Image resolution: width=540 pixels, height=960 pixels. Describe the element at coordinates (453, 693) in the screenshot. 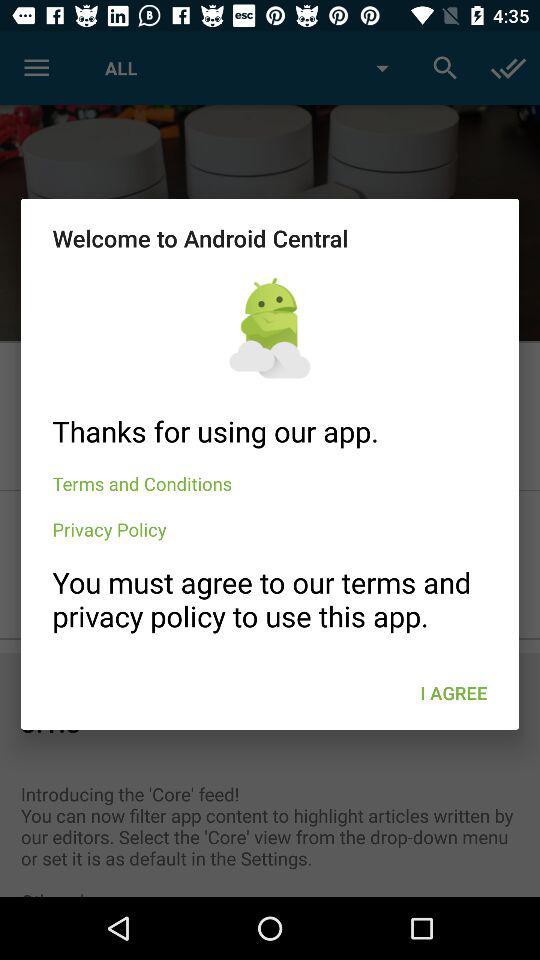

I see `the i agree icon` at that location.